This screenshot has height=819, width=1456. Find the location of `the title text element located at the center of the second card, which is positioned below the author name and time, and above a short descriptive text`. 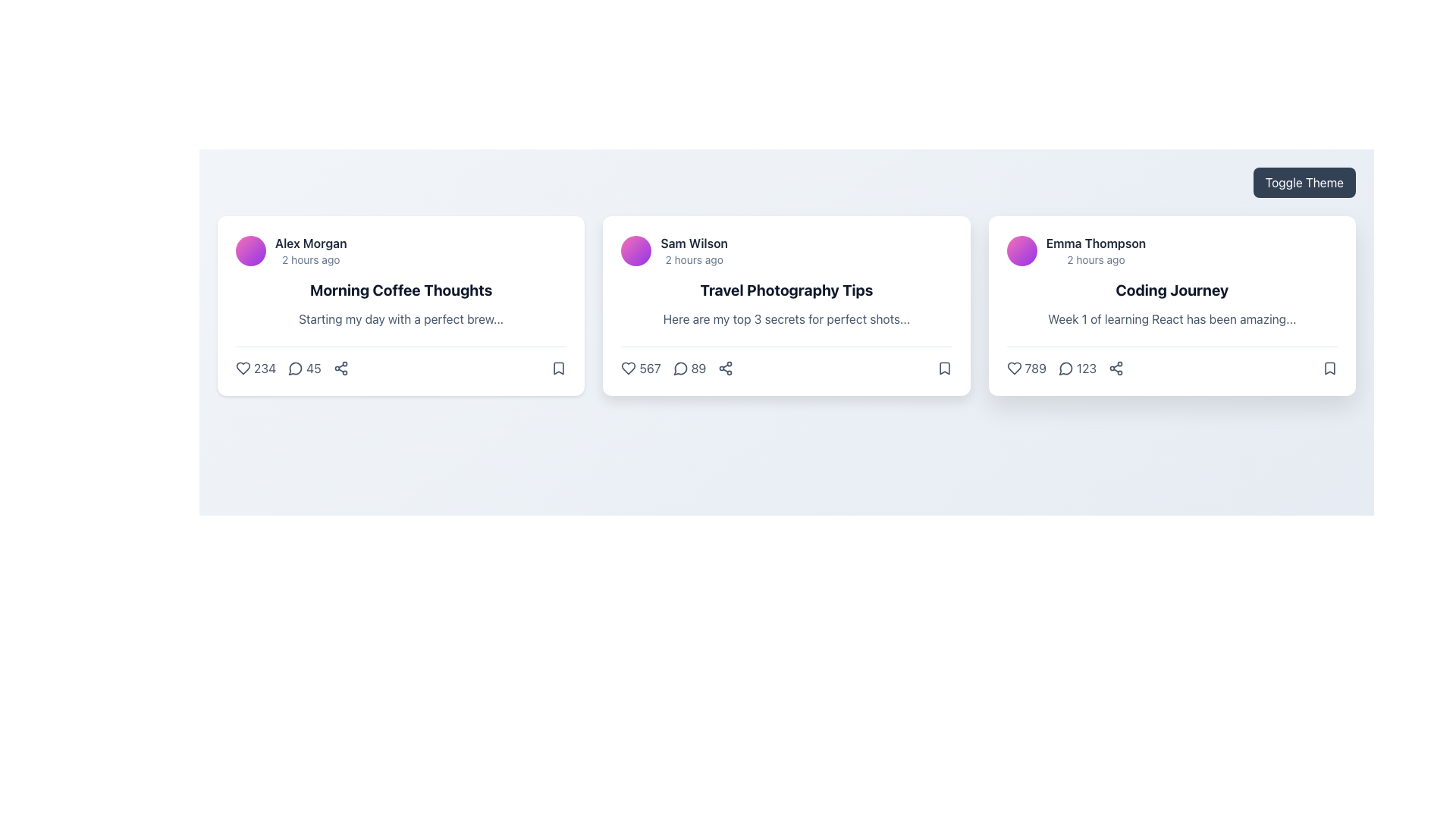

the title text element located at the center of the second card, which is positioned below the author name and time, and above a short descriptive text is located at coordinates (786, 290).